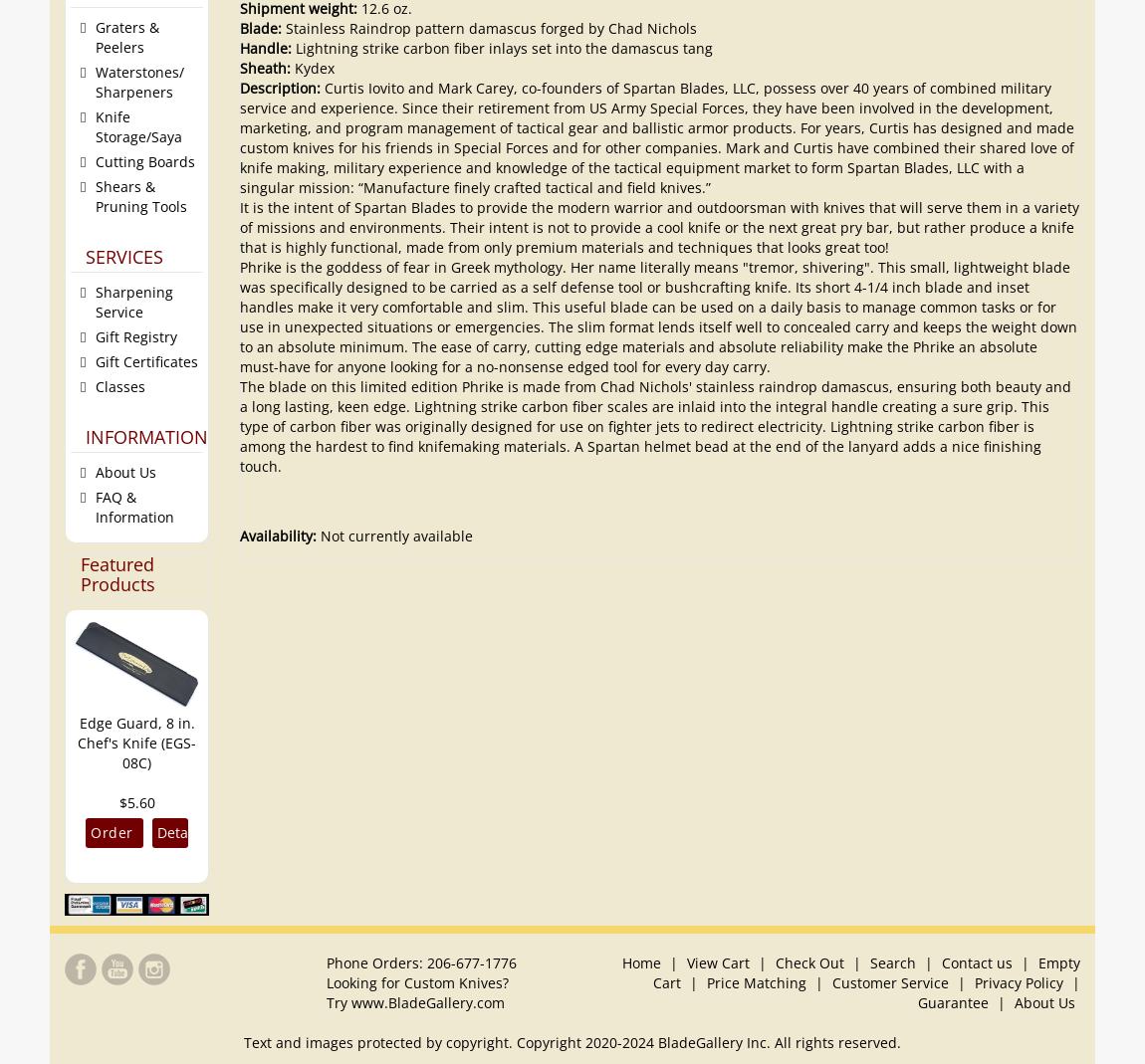 The height and width of the screenshot is (1064, 1145). What do you see at coordinates (134, 335) in the screenshot?
I see `'Gift Registry'` at bounding box center [134, 335].